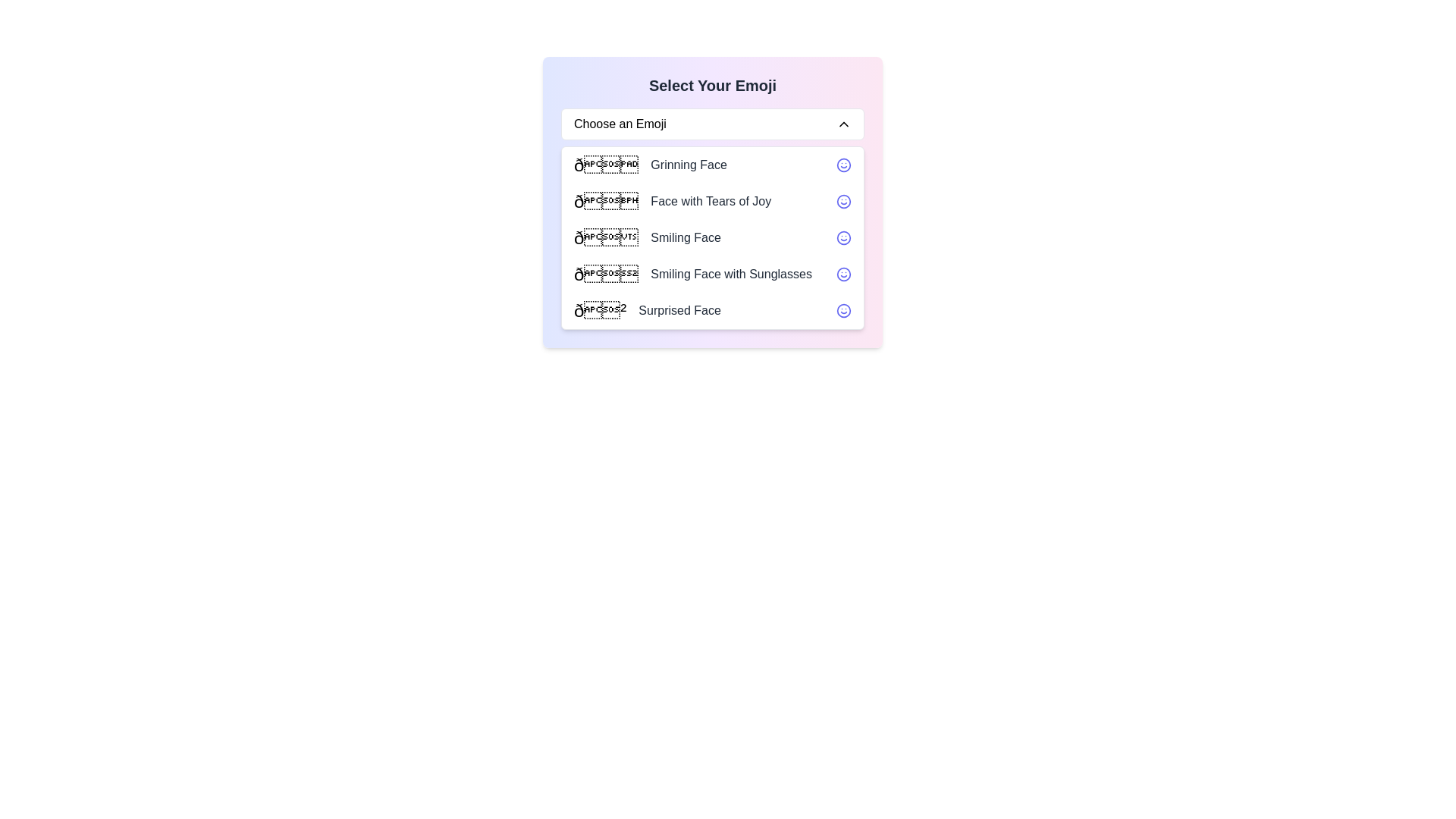 The width and height of the screenshot is (1456, 819). I want to click on the label text element that describes the 'Grinning Face' emoji, located in the first row of the emoji selection list, to the right of the corresponding emoji icon, so click(688, 165).